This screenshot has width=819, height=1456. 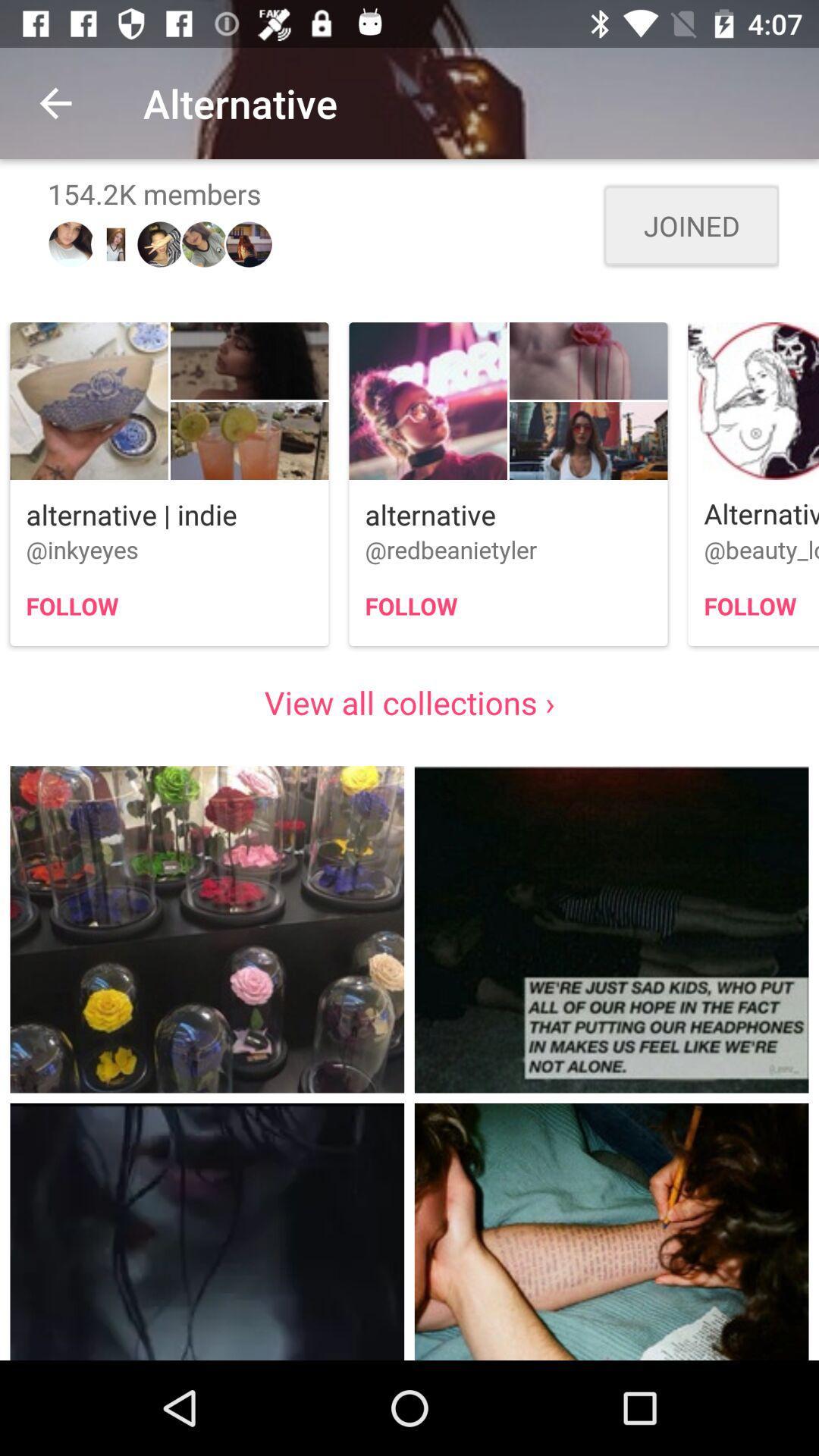 I want to click on second image below view all collections, so click(x=610, y=928).